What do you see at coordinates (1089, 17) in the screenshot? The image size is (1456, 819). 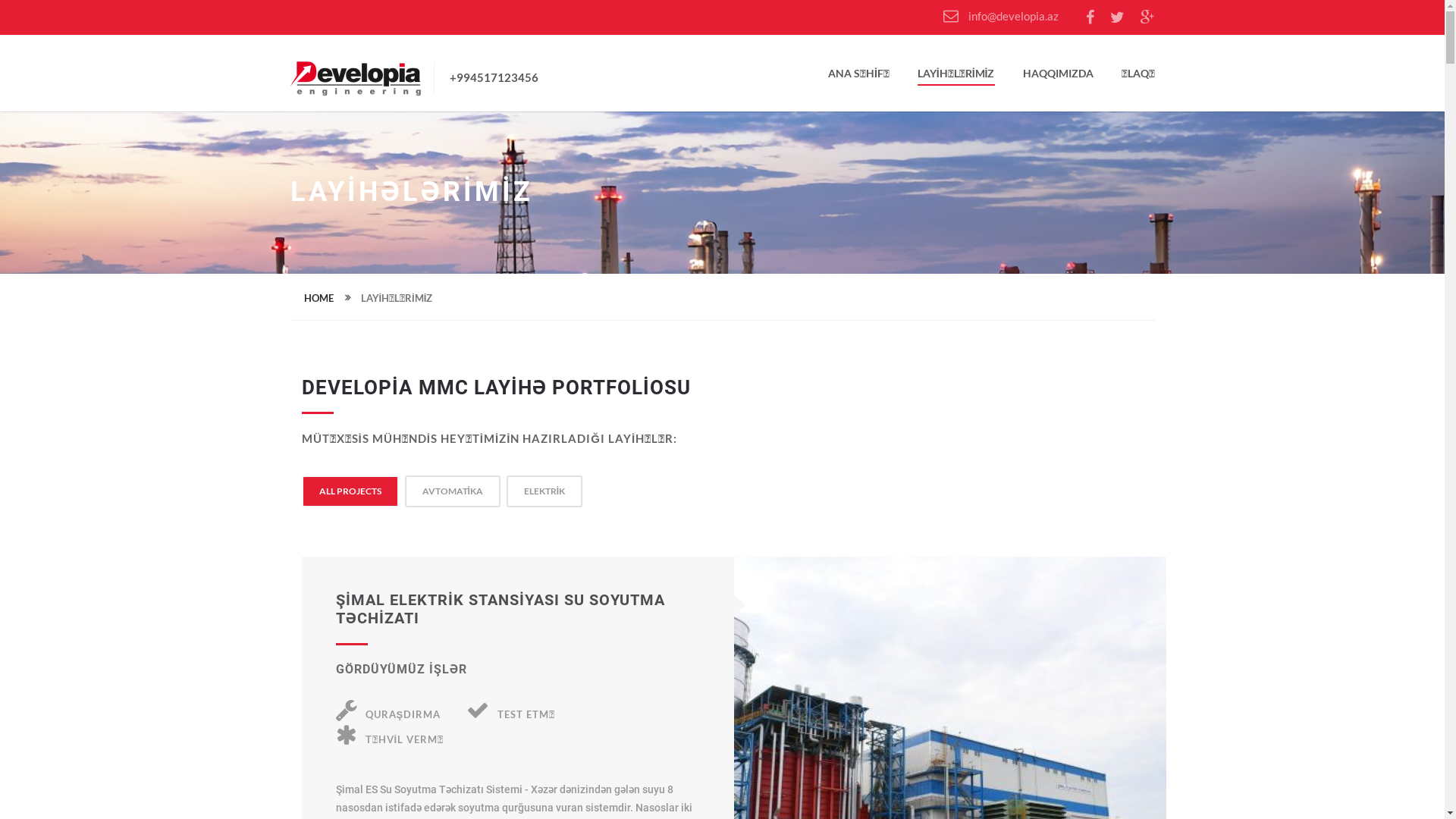 I see `'Facebook'` at bounding box center [1089, 17].